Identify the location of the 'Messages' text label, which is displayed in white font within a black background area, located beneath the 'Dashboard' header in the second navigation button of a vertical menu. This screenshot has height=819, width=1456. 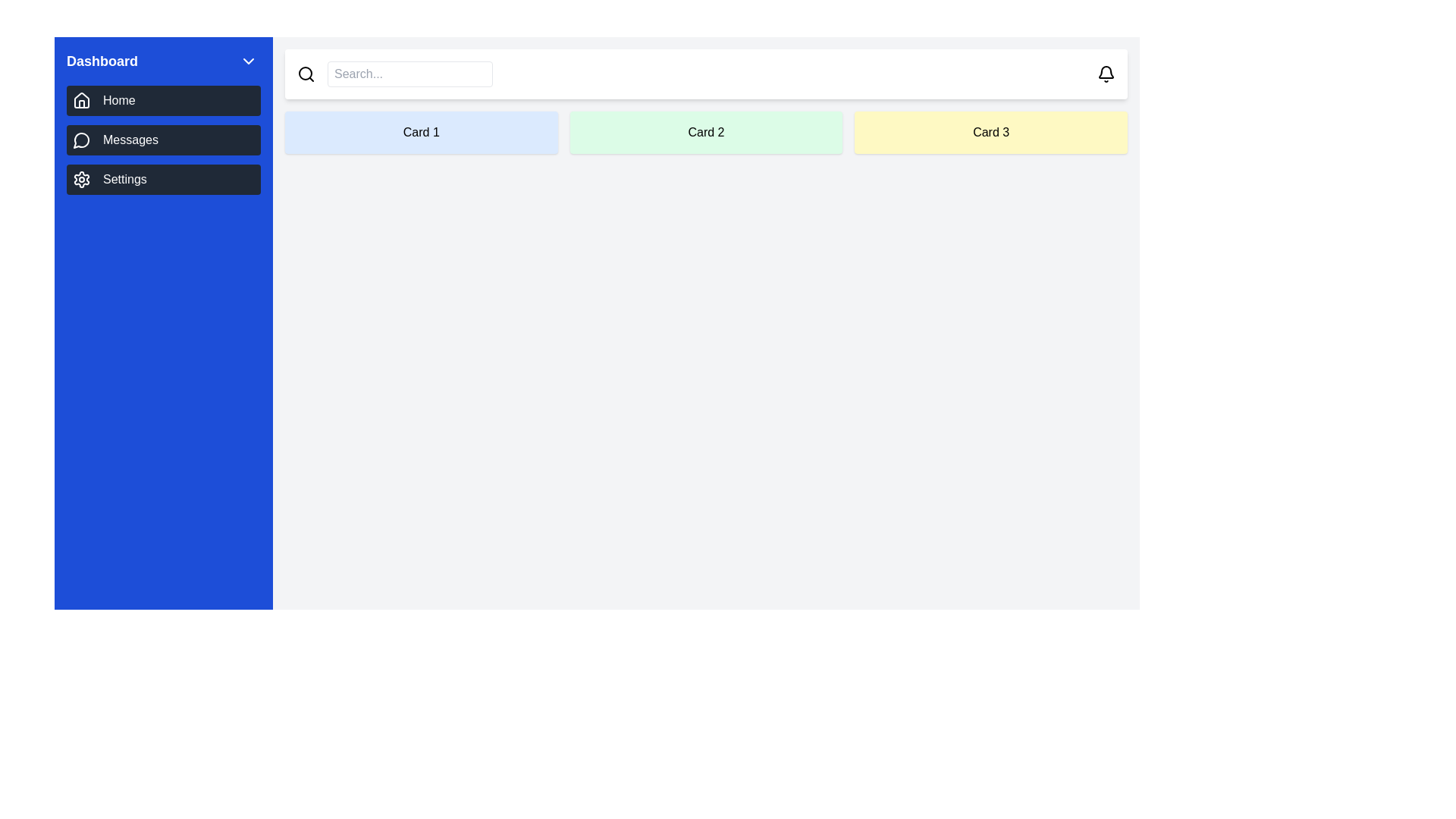
(130, 140).